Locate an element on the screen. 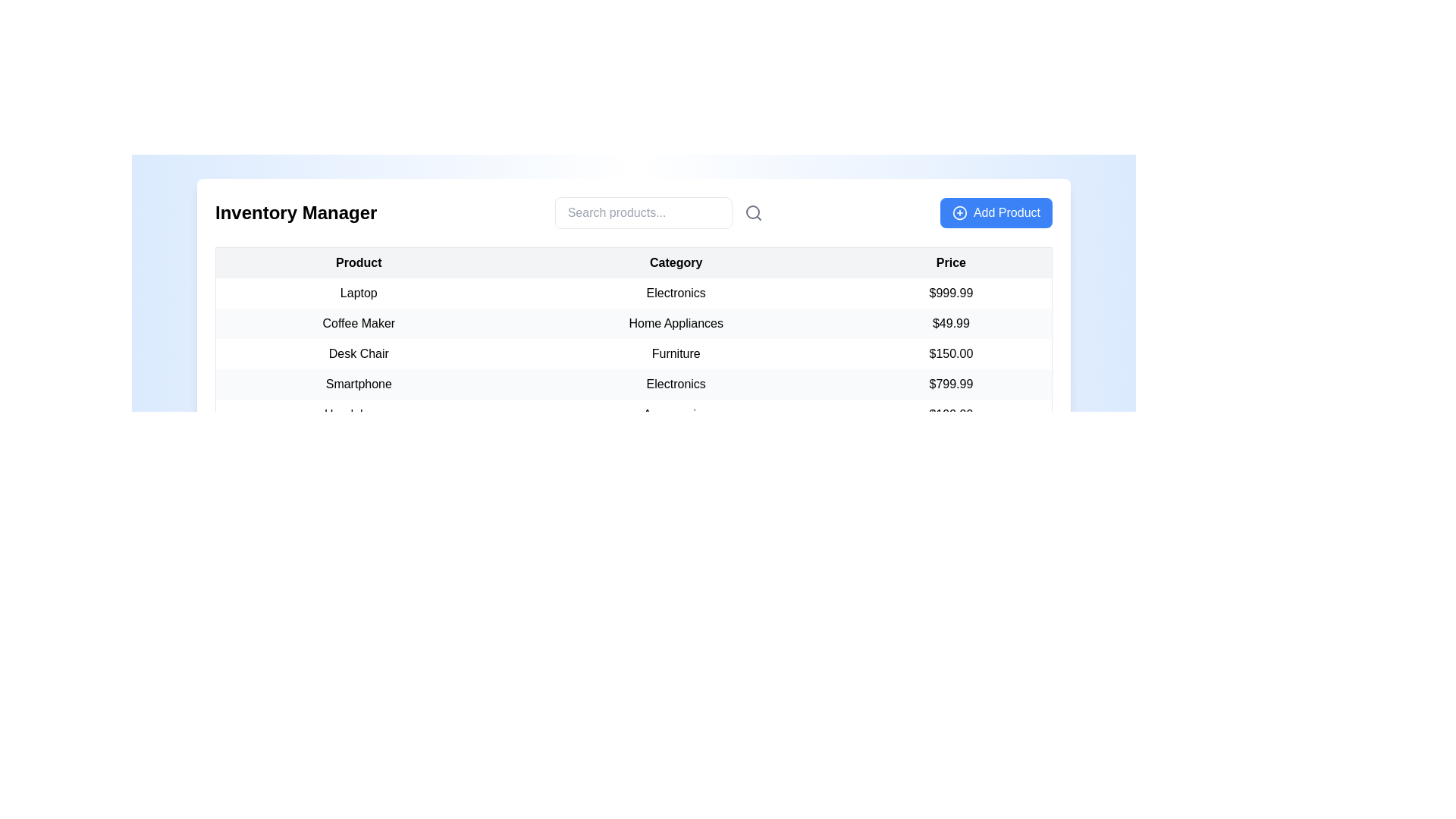  the circular search icon component of the magnifying glass SVG located at the top-right corner of the interface, adjacent to the search input field is located at coordinates (752, 212).